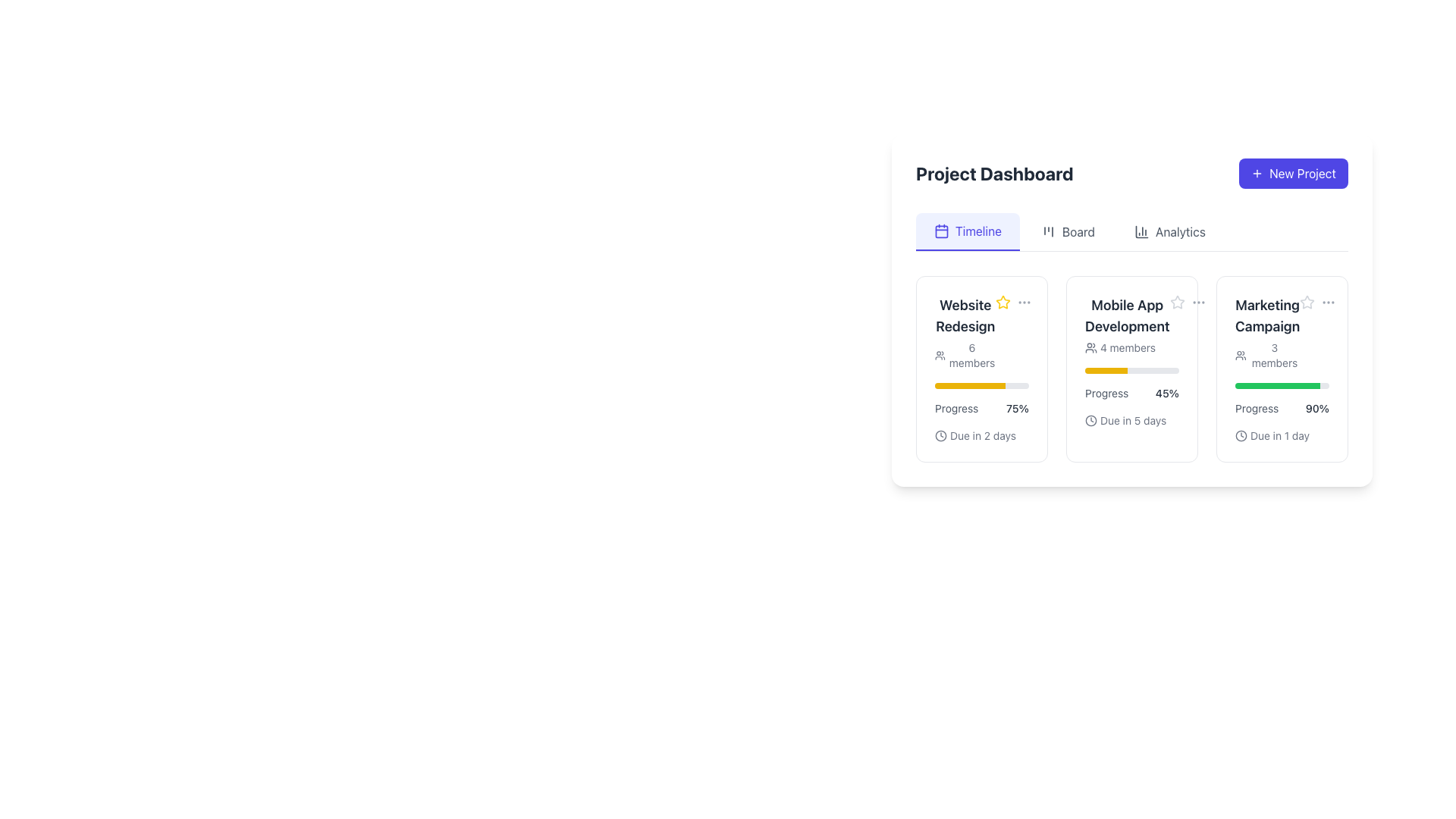  What do you see at coordinates (1281, 435) in the screenshot?
I see `information displayed in the Text Label with an Icon that indicates a deadline, showing 'Due in 1 day'` at bounding box center [1281, 435].